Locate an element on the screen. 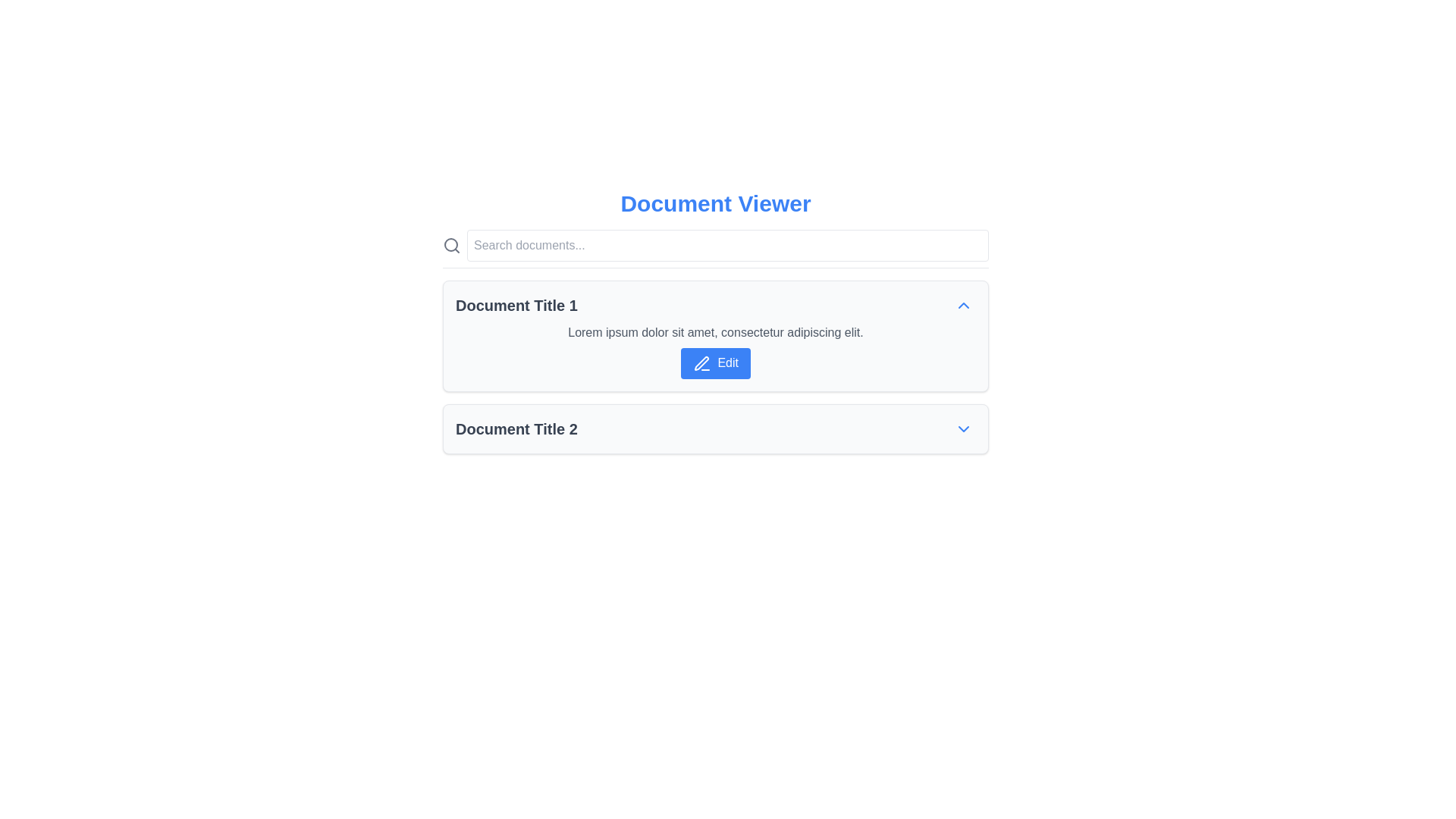 The width and height of the screenshot is (1456, 819). the editing icon located within the blue 'Edit' button to the right of the text 'Lorem ipsum dolor sit amet, consectetur adipiscing elit.' under the heading 'Document Title 1' is located at coordinates (701, 363).